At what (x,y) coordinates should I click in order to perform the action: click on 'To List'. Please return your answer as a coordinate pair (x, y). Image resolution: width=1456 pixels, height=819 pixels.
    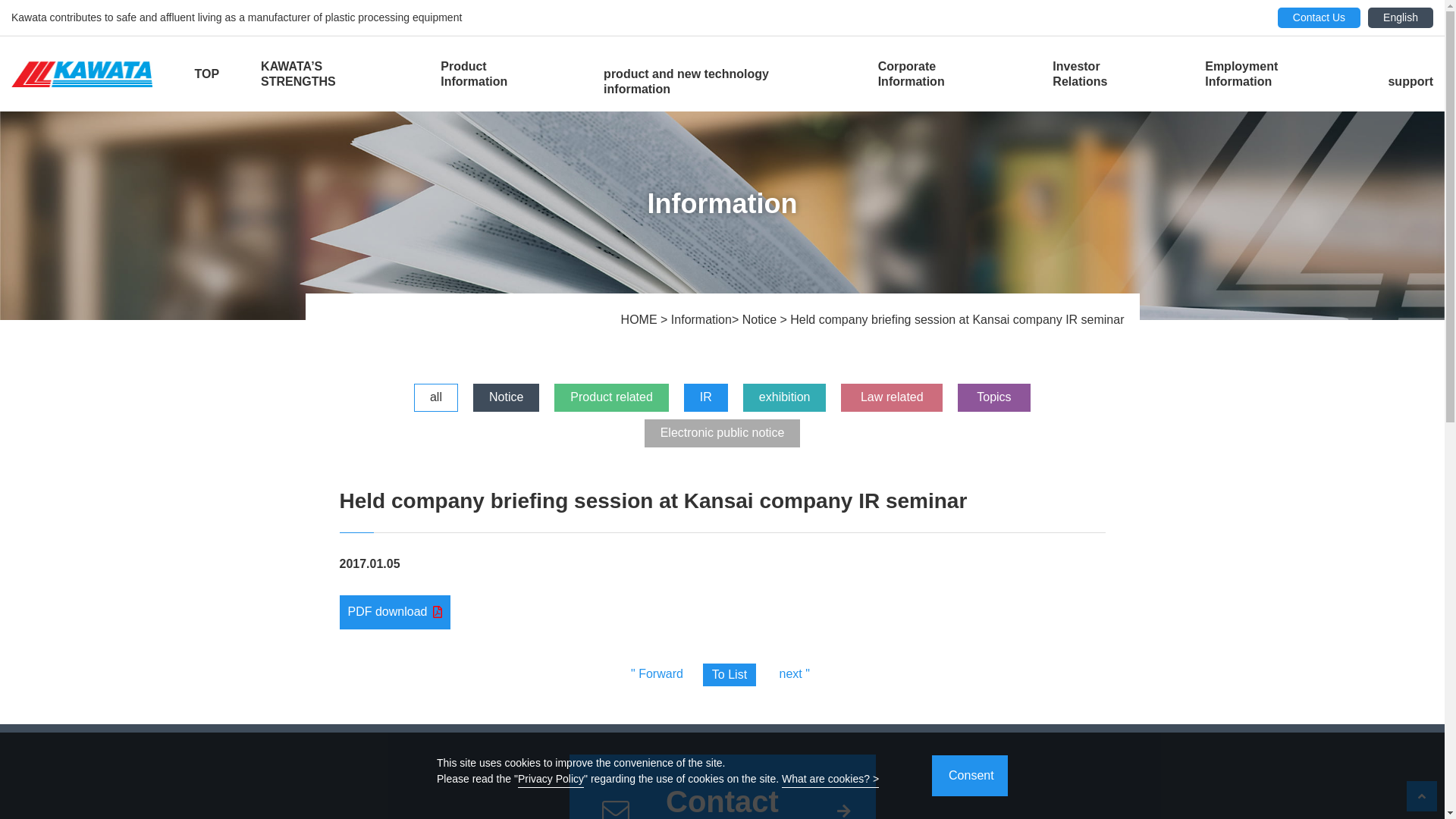
    Looking at the image, I should click on (729, 674).